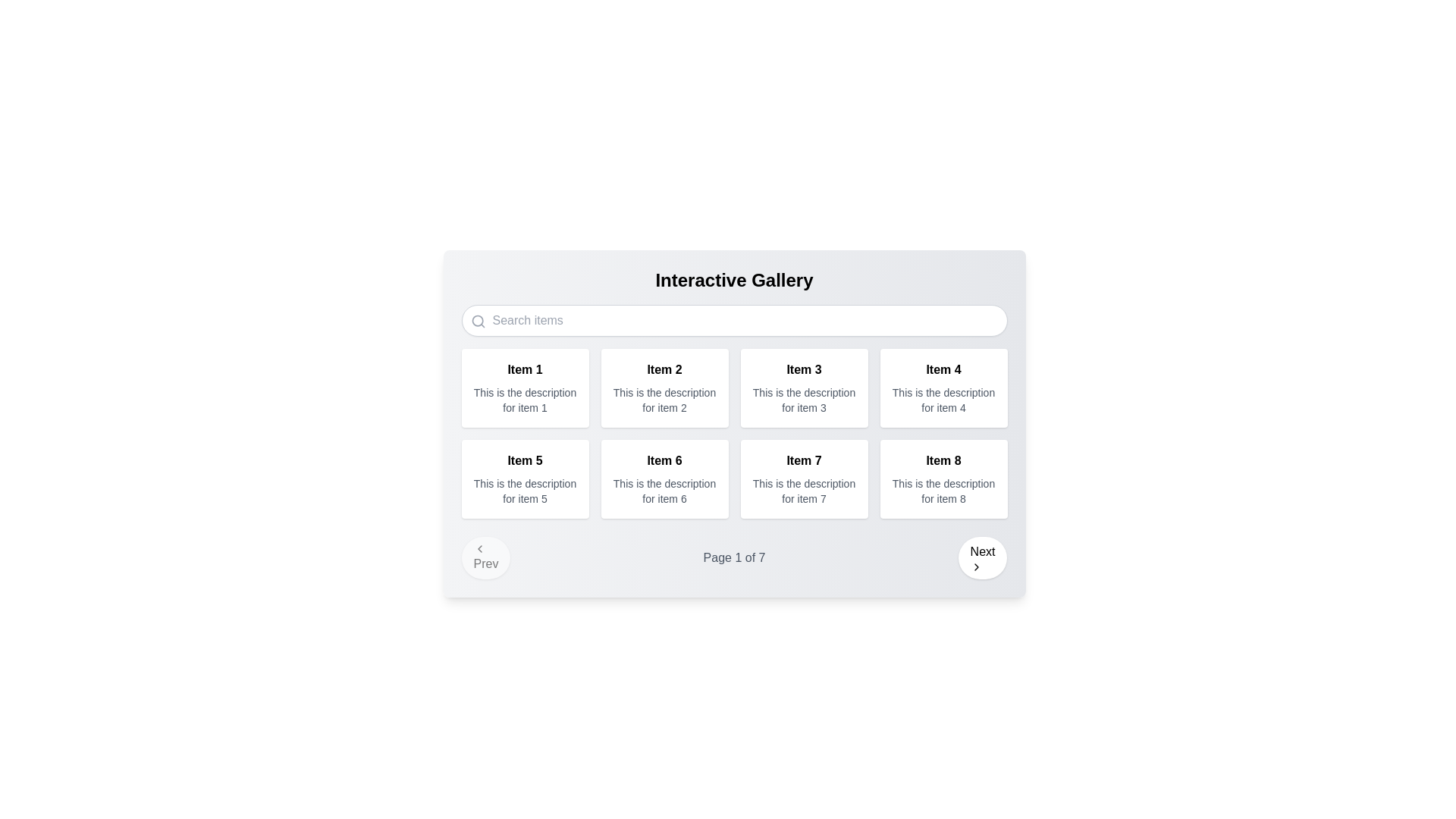  What do you see at coordinates (943, 388) in the screenshot?
I see `the informational card displaying 'Item 4' in the rightmost column of the first row of the gallery grid` at bounding box center [943, 388].